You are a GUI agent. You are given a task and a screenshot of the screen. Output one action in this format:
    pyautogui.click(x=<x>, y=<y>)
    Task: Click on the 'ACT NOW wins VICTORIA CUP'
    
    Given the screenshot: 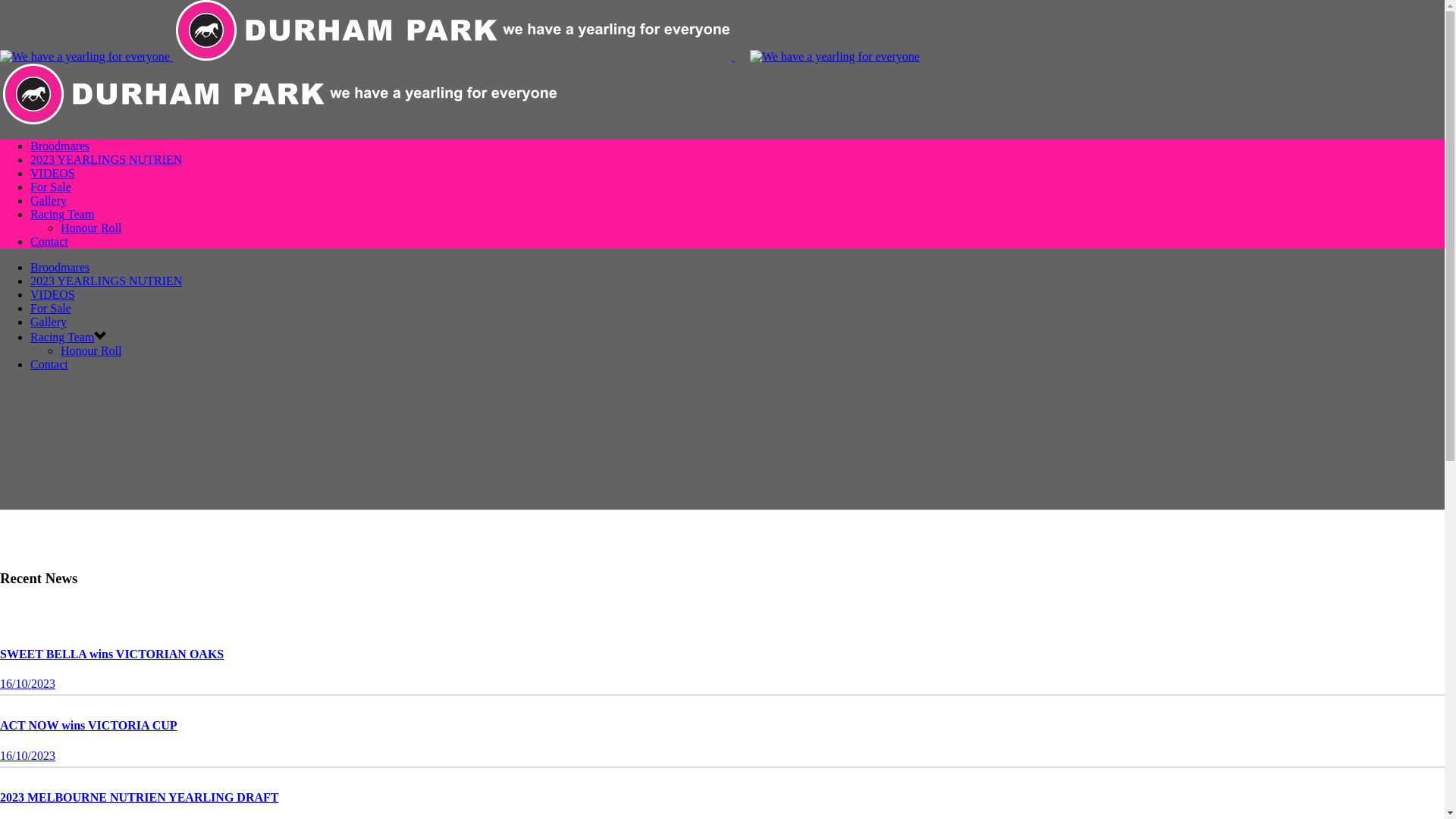 What is the action you would take?
    pyautogui.click(x=87, y=724)
    